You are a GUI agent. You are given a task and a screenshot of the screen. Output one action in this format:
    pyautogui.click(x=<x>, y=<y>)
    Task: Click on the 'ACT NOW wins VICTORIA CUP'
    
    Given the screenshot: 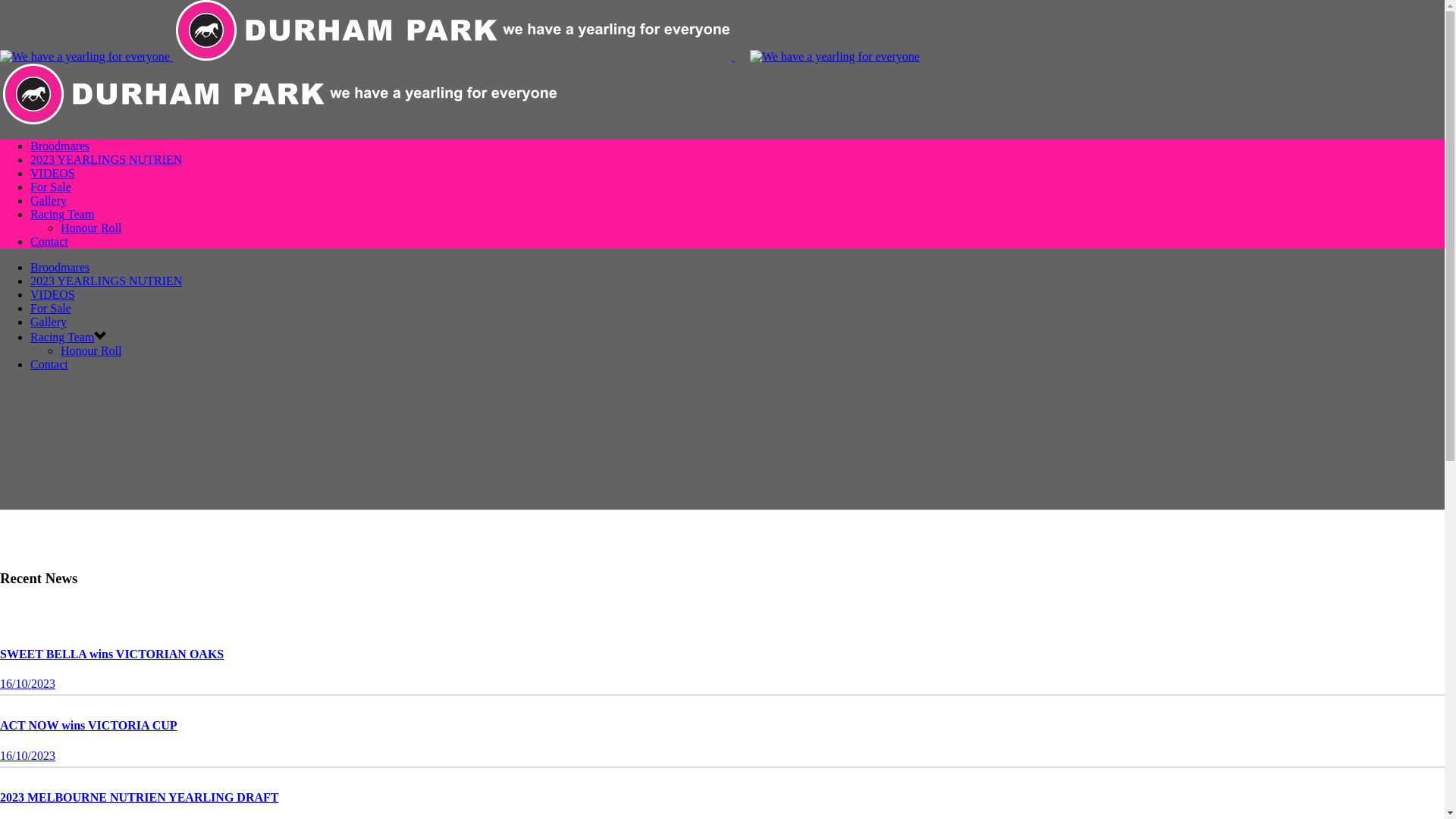 What is the action you would take?
    pyautogui.click(x=87, y=724)
    